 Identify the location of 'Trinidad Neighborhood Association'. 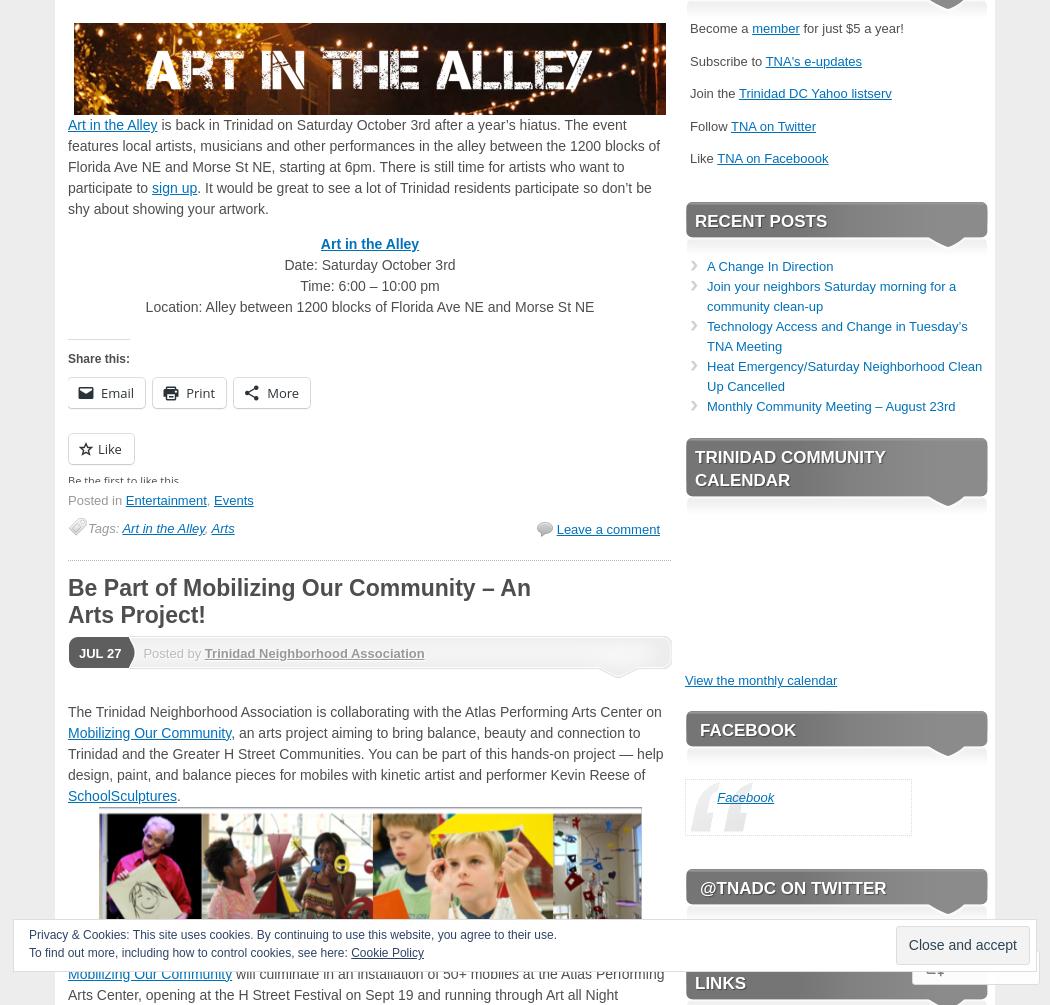
(313, 651).